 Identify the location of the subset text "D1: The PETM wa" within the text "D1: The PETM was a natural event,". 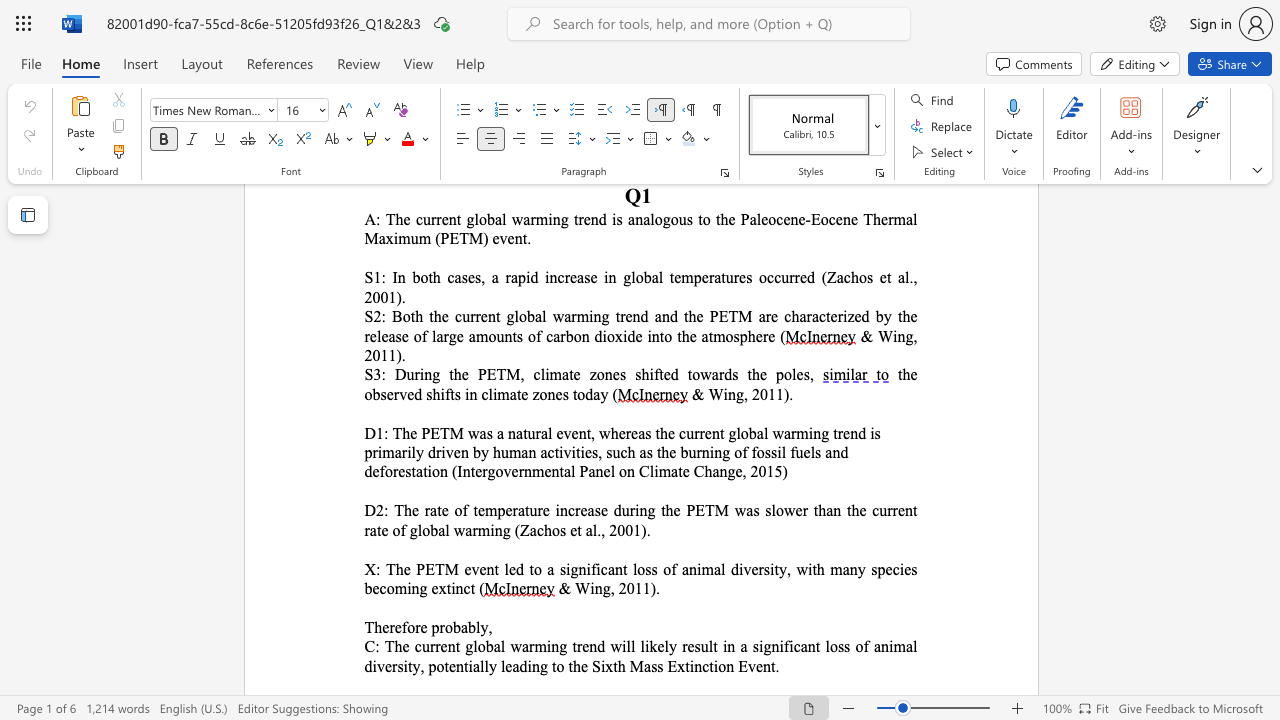
(364, 432).